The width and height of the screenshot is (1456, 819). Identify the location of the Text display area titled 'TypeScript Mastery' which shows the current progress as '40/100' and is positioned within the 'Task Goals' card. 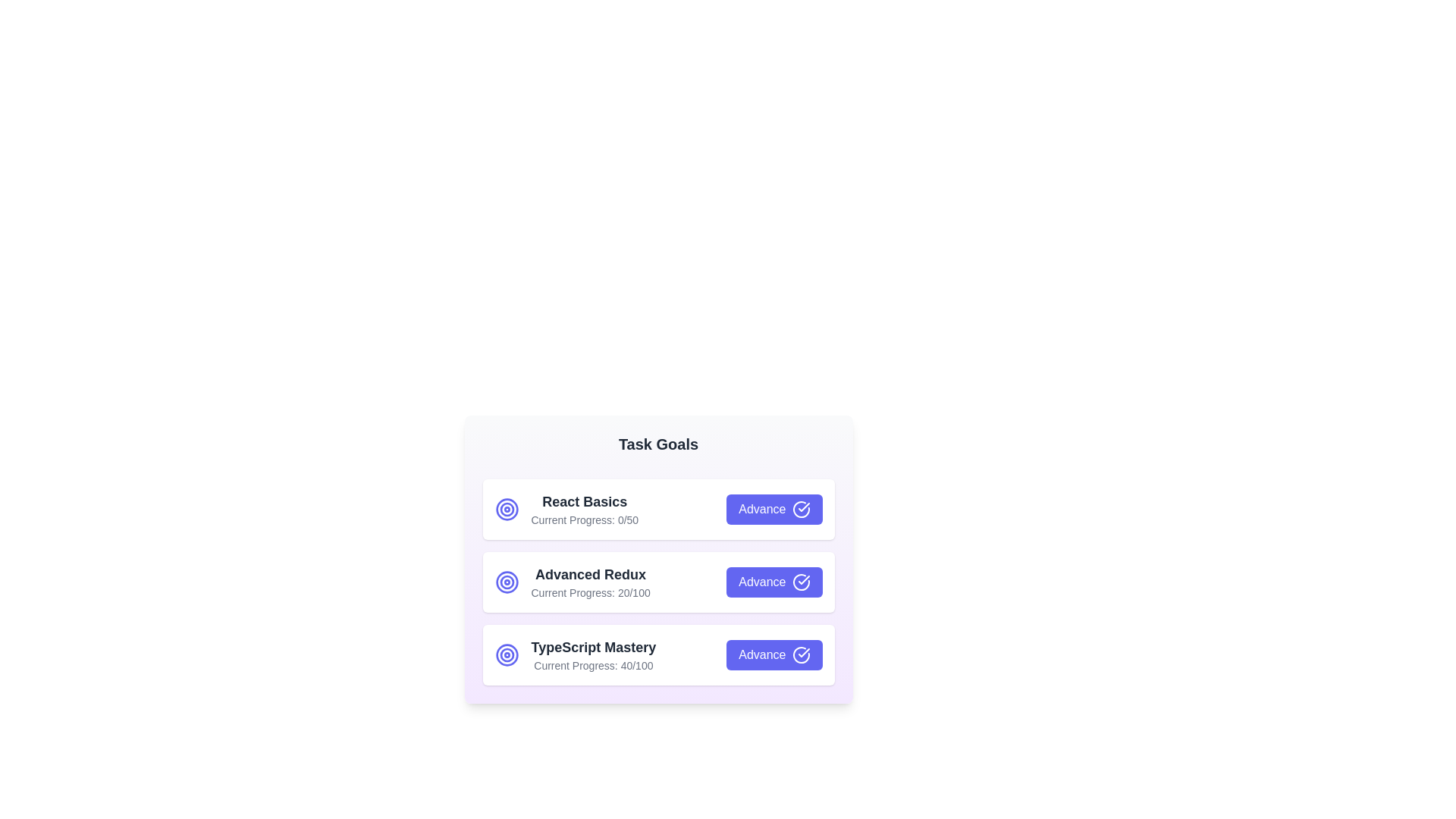
(574, 654).